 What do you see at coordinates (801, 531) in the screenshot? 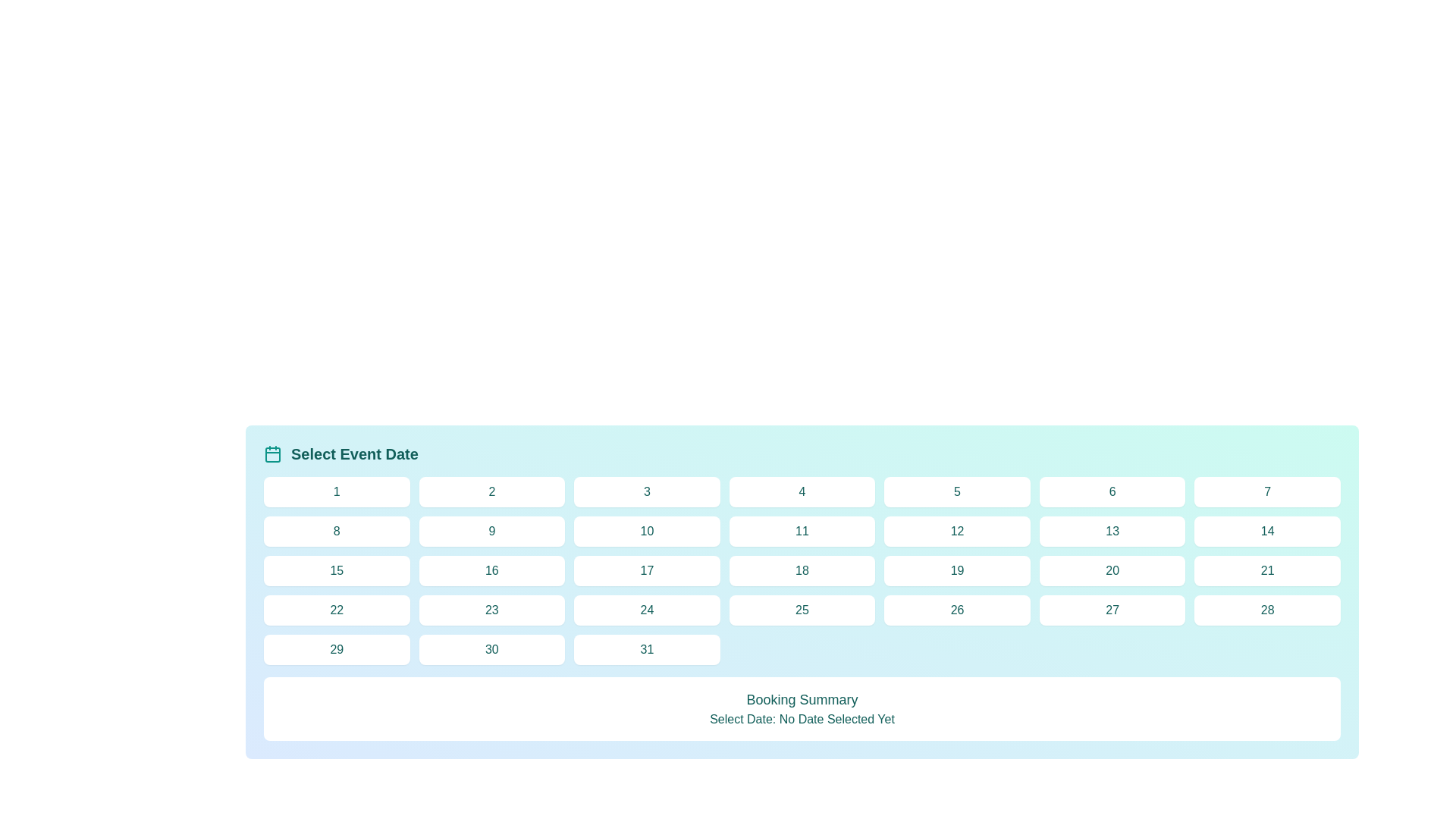
I see `the button that allows the user to select '11' as the date in the calendar, located in the second row and fourth column of the grid layout under the 'Select Event Date' header` at bounding box center [801, 531].